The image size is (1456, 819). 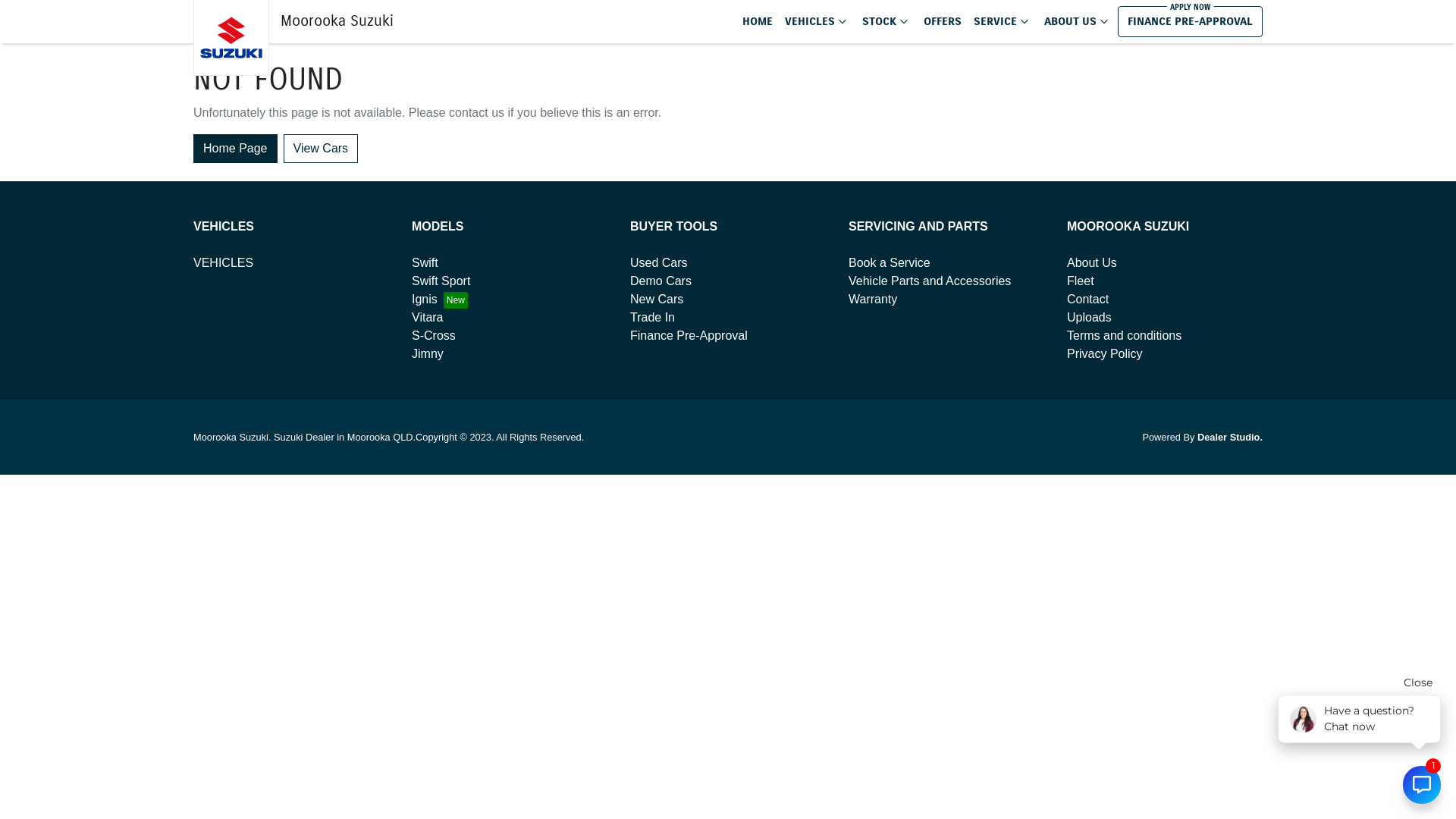 I want to click on 'S-Cross', so click(x=432, y=334).